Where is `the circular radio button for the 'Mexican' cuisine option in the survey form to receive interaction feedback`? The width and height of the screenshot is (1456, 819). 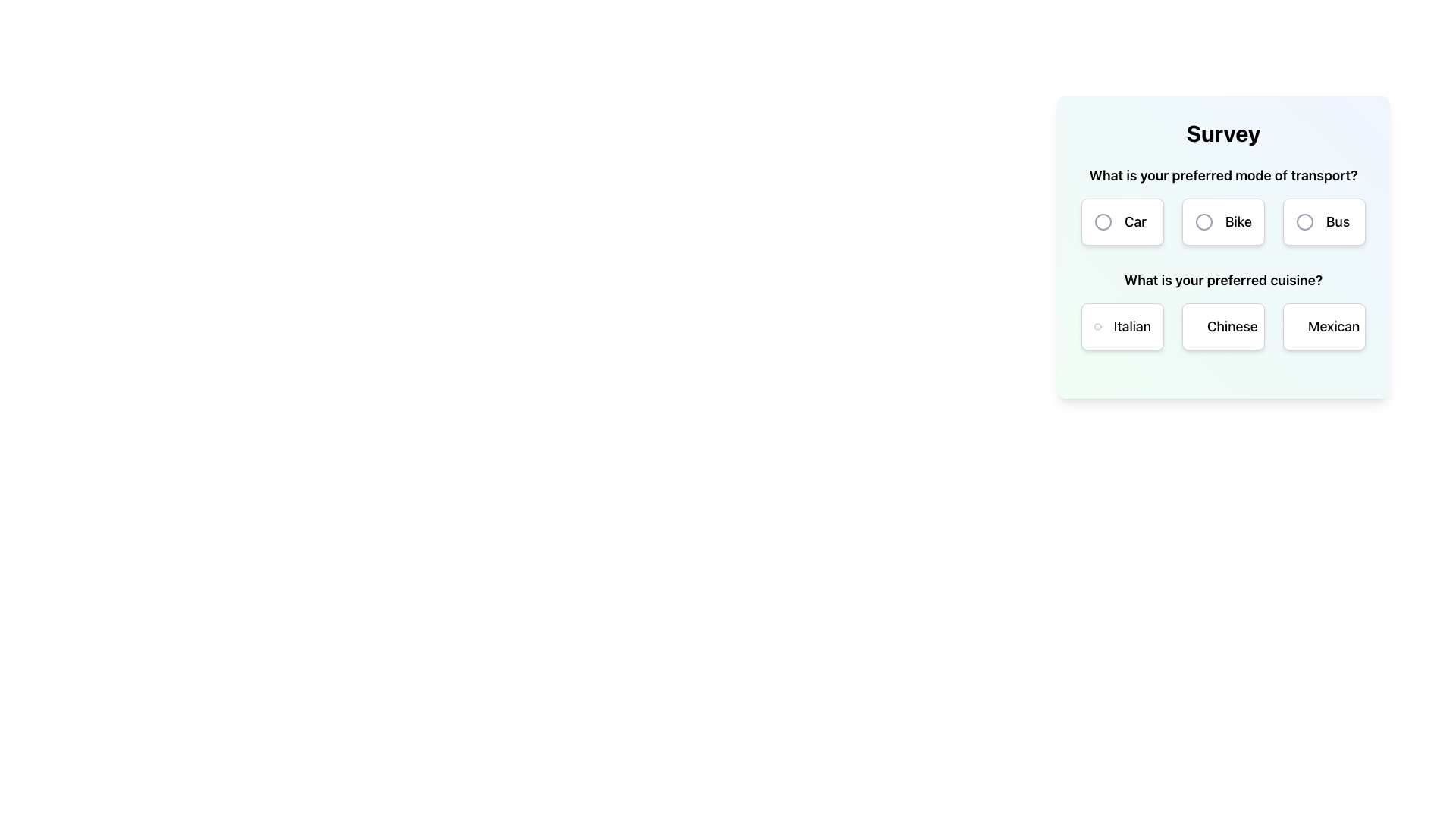 the circular radio button for the 'Mexican' cuisine option in the survey form to receive interaction feedback is located at coordinates (1304, 326).